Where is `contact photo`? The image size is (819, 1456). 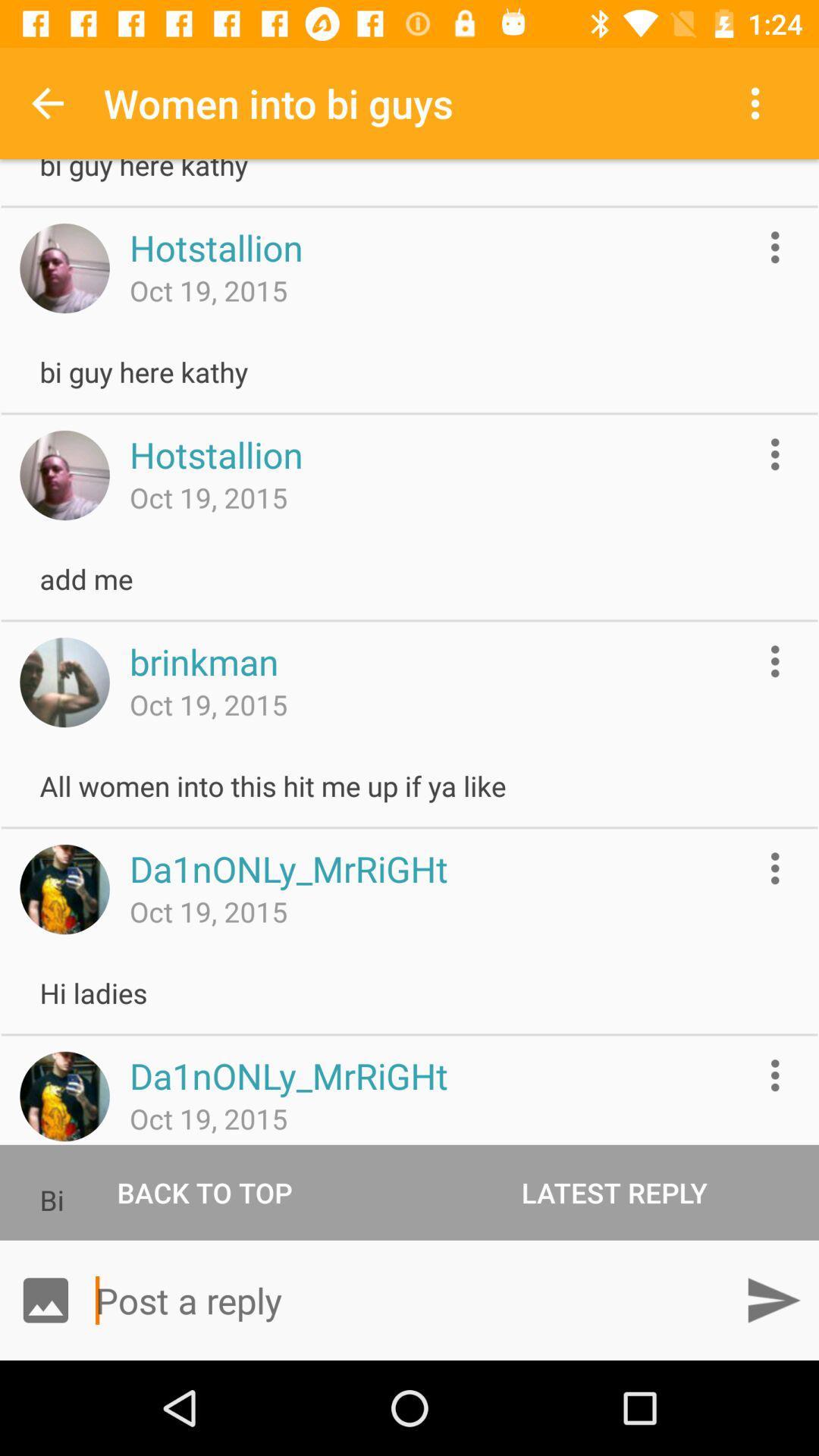
contact photo is located at coordinates (64, 475).